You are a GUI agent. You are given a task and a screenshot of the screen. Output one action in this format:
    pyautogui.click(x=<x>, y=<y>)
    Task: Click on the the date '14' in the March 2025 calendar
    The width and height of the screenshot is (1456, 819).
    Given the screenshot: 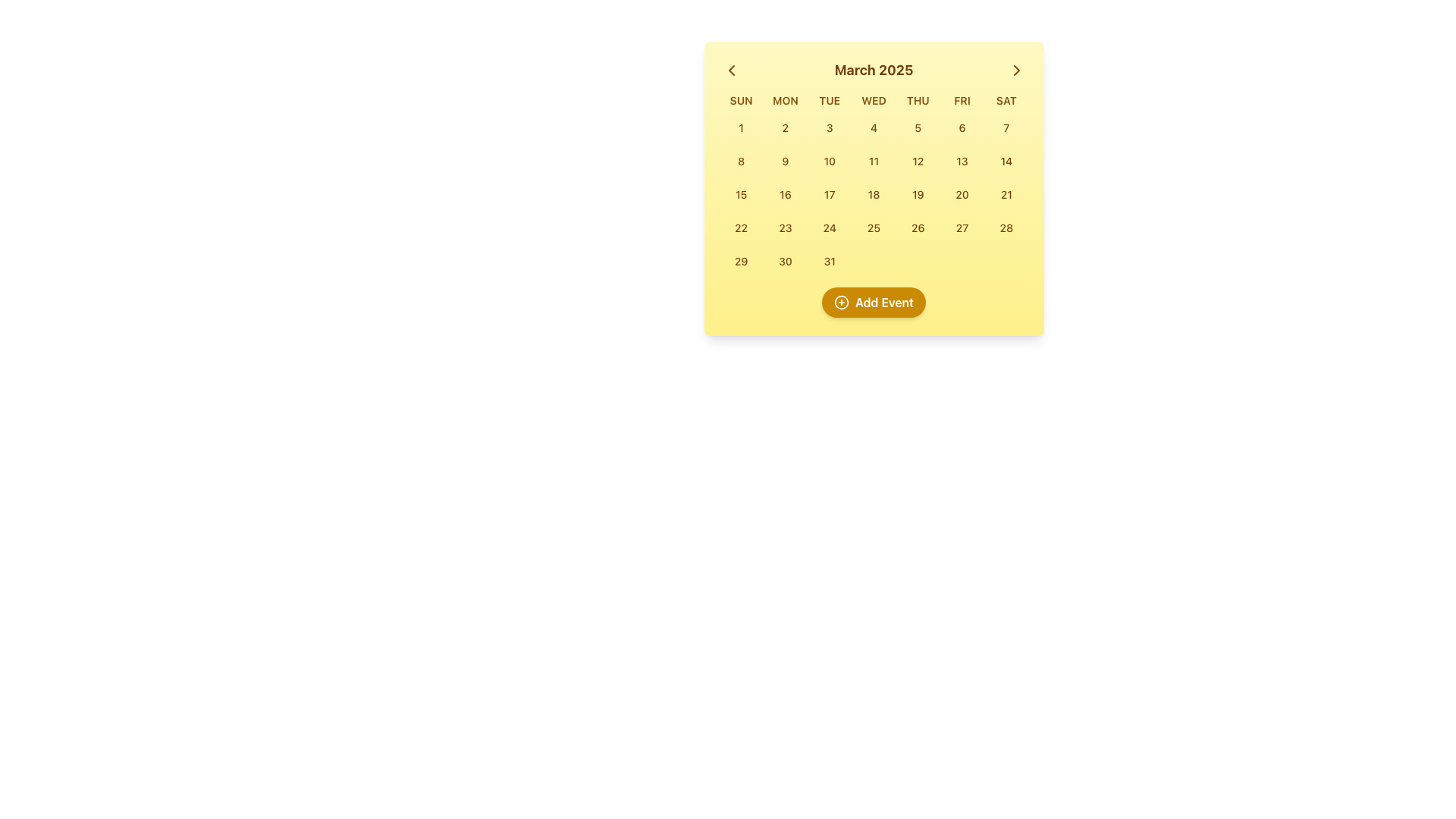 What is the action you would take?
    pyautogui.click(x=1006, y=161)
    